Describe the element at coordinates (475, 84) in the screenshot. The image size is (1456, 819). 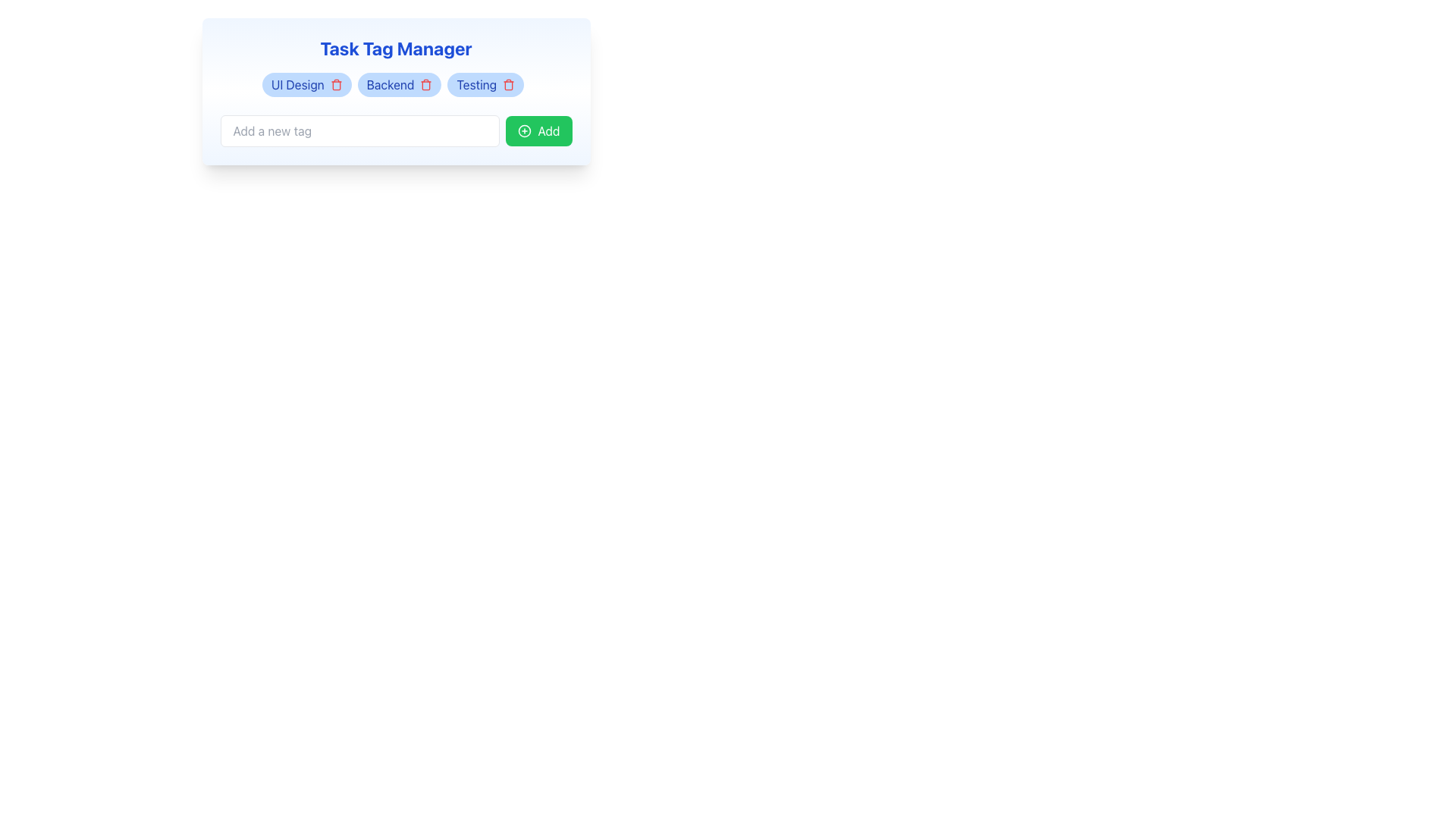
I see `the text label of the third tag component` at that location.